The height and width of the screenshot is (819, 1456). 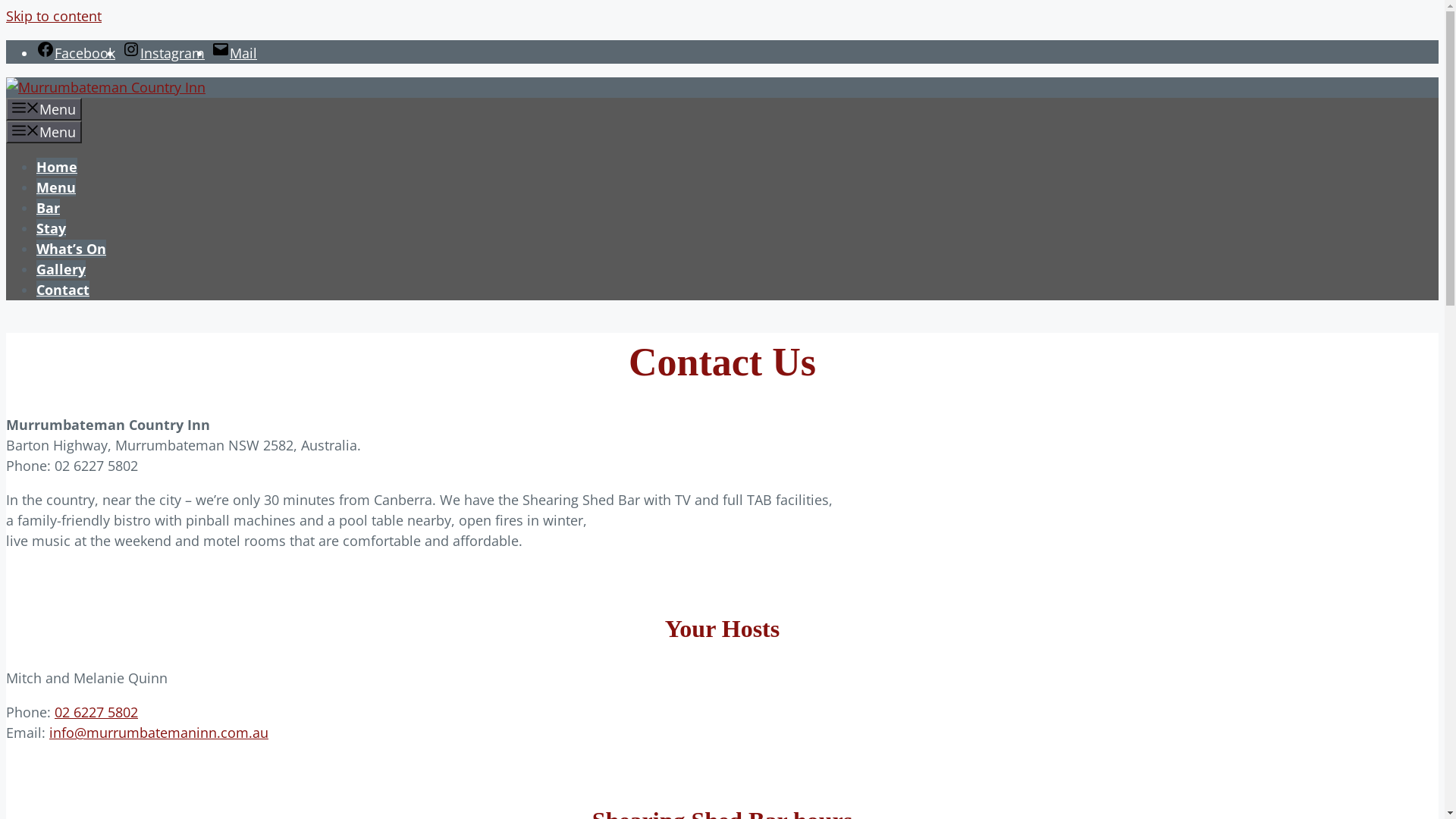 I want to click on 'Instagram', so click(x=122, y=52).